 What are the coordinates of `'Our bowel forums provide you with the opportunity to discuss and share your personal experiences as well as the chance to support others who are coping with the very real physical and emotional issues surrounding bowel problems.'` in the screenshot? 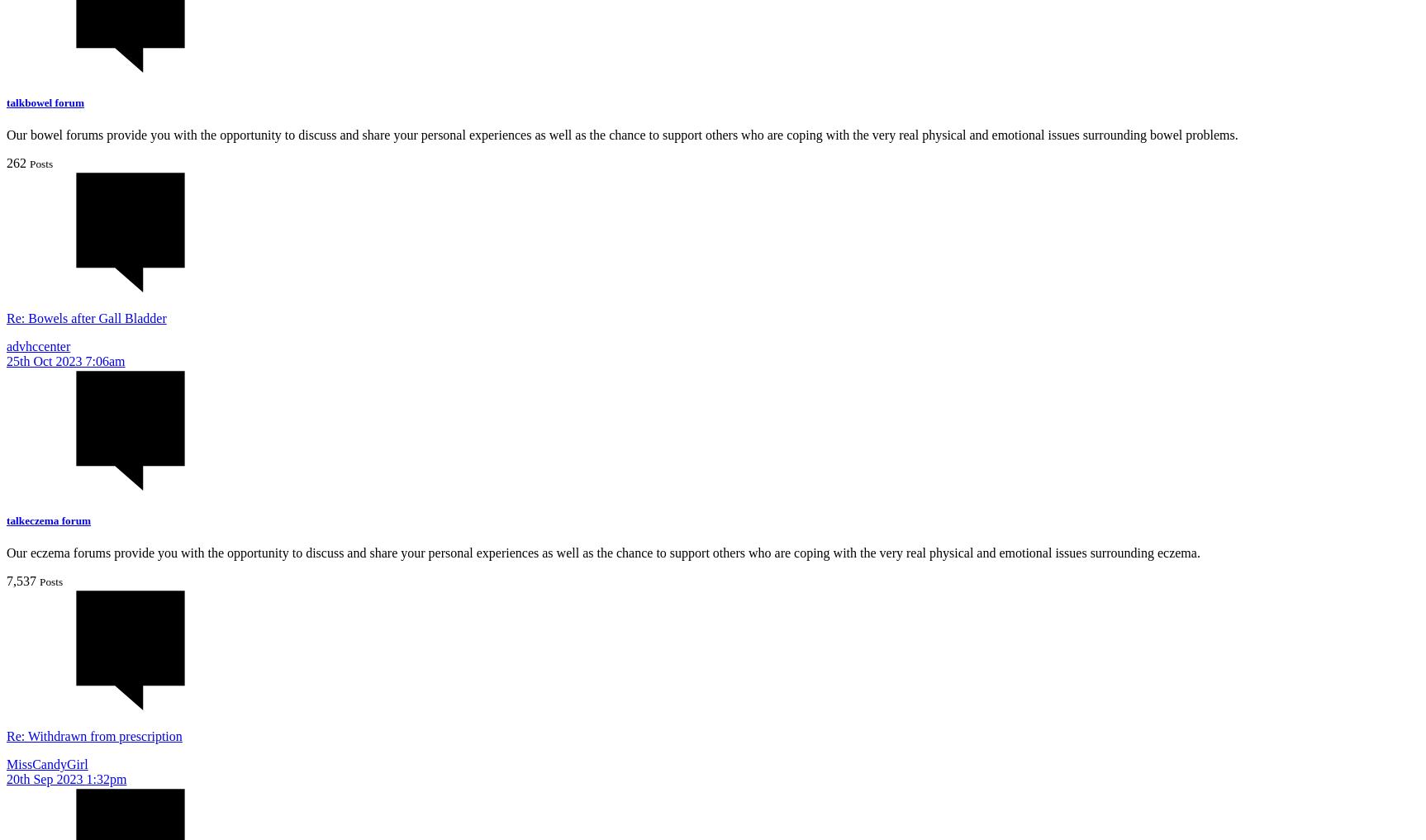 It's located at (6, 133).